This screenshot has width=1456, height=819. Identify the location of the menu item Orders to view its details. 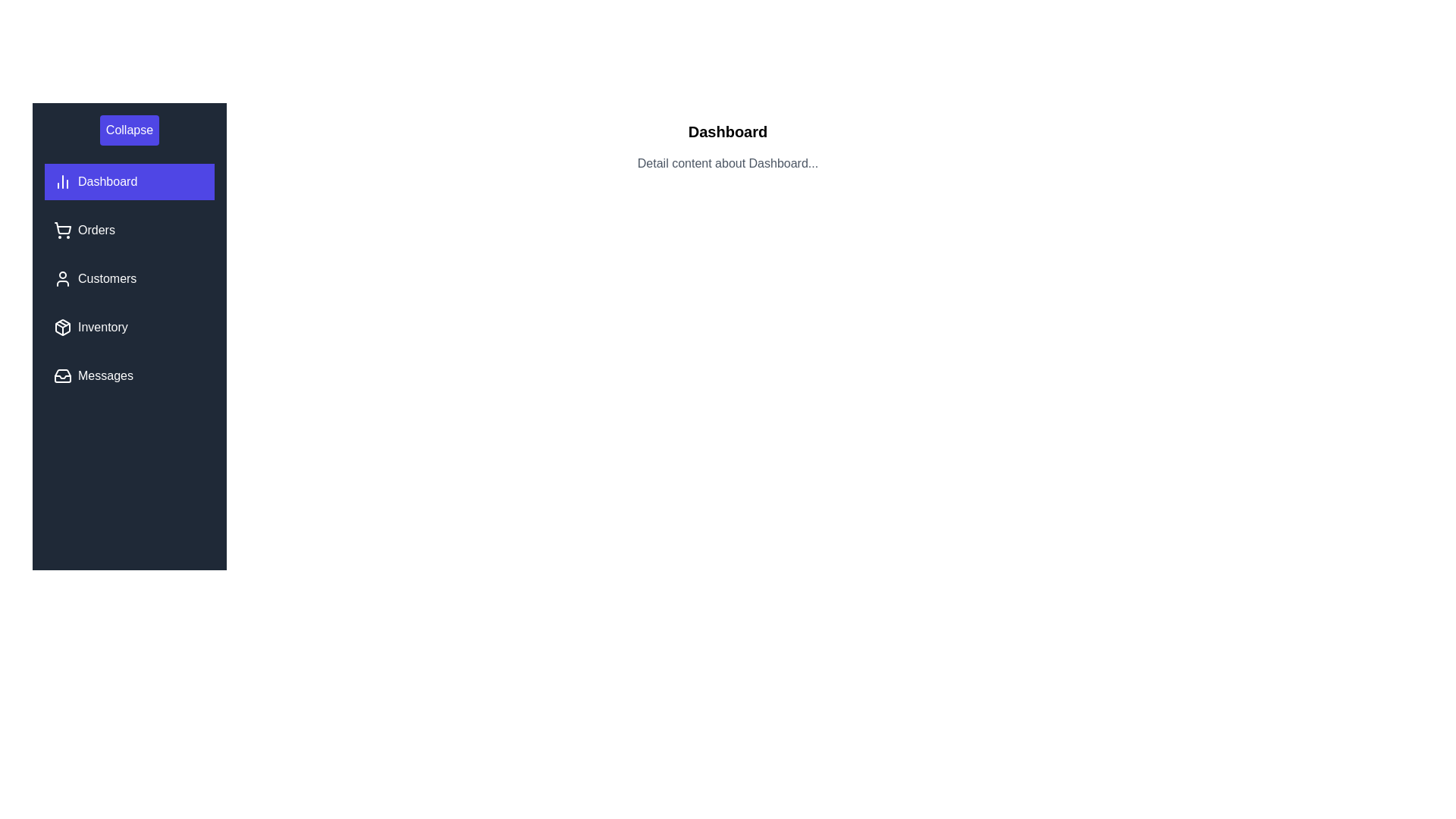
(130, 231).